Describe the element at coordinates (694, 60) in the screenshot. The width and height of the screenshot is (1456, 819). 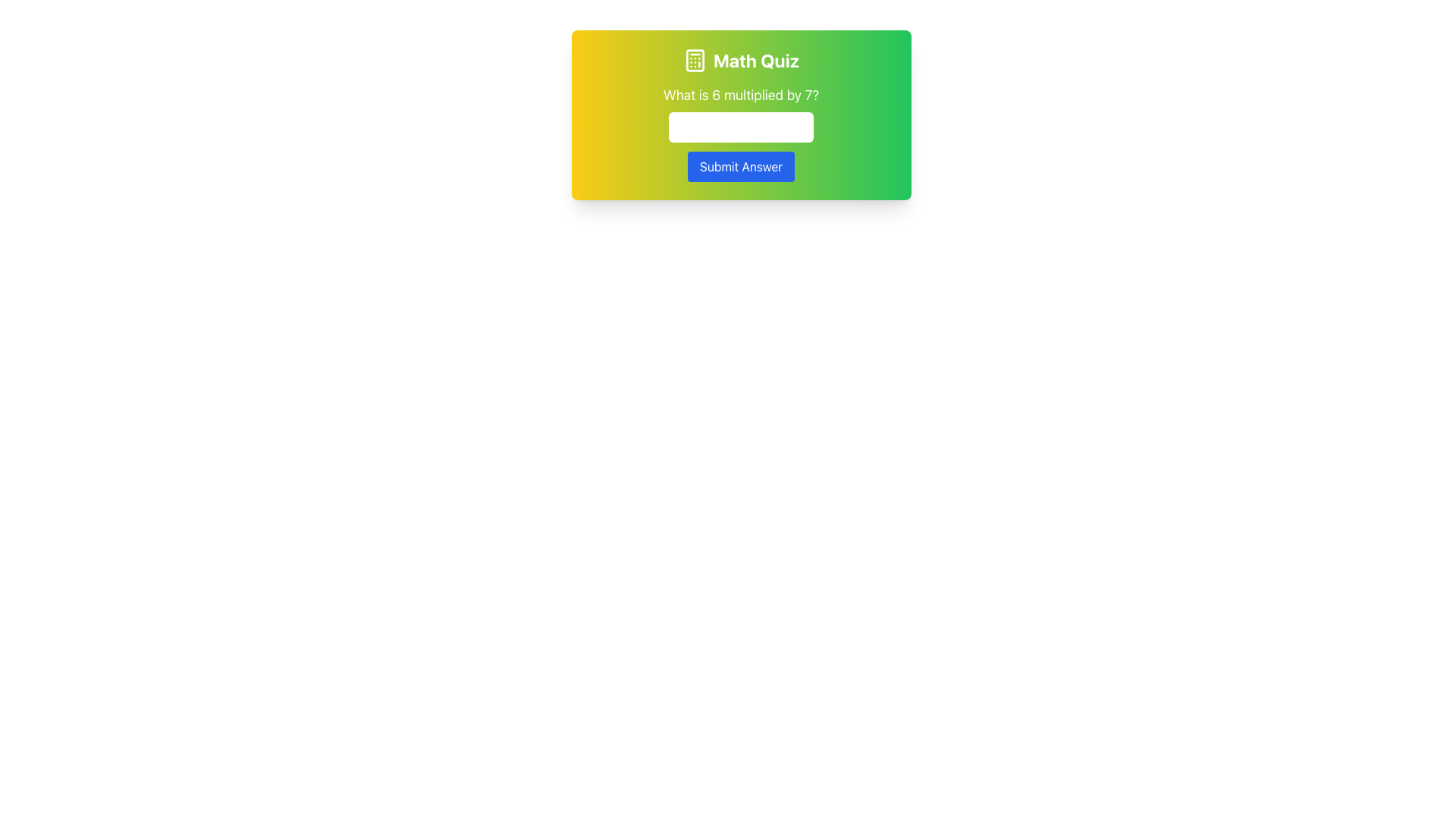
I see `the calculator icon located in the header section of the math quiz card, which is positioned to the left of the 'Math Quiz' text` at that location.